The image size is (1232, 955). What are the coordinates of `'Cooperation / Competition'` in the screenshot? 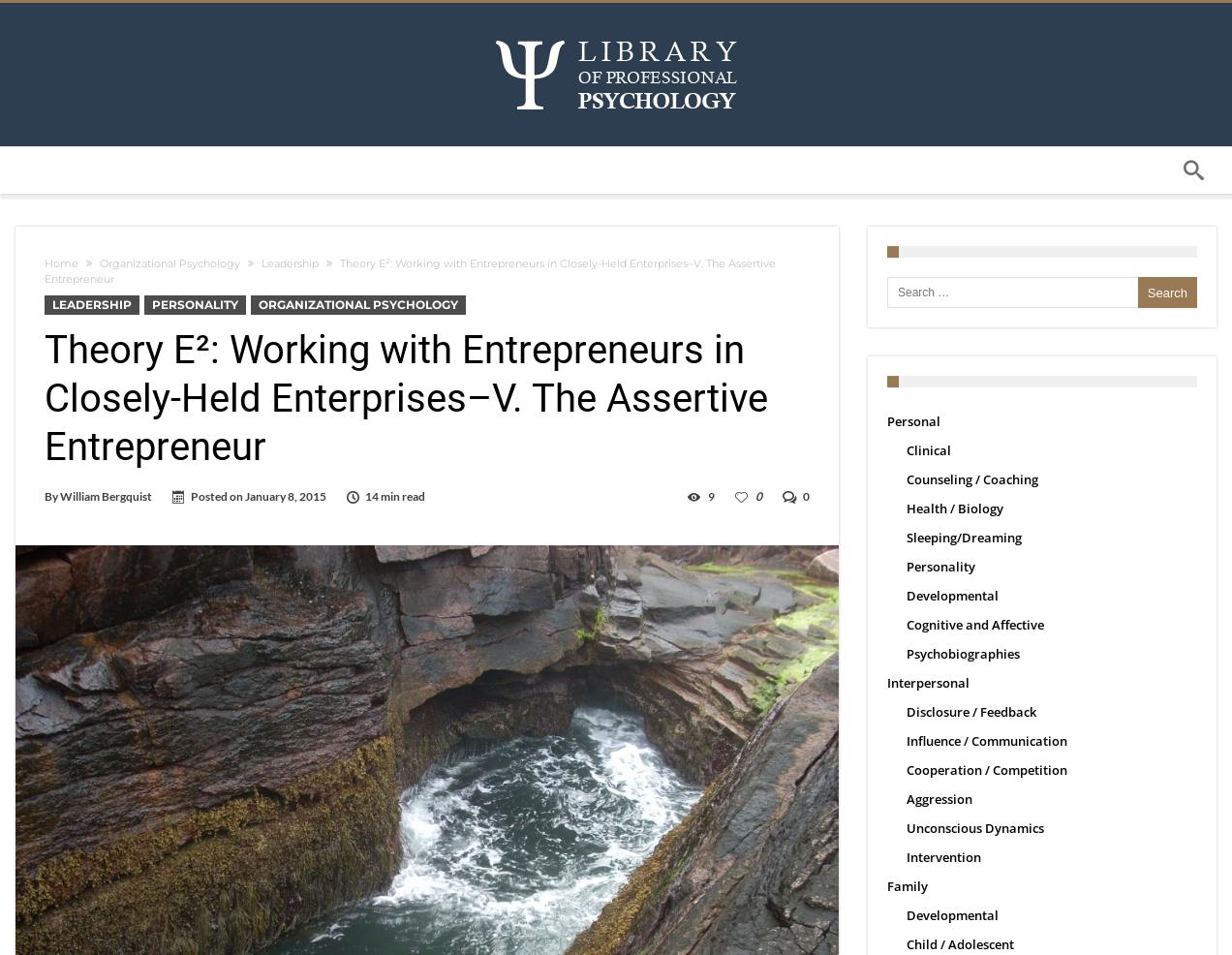 It's located at (986, 770).